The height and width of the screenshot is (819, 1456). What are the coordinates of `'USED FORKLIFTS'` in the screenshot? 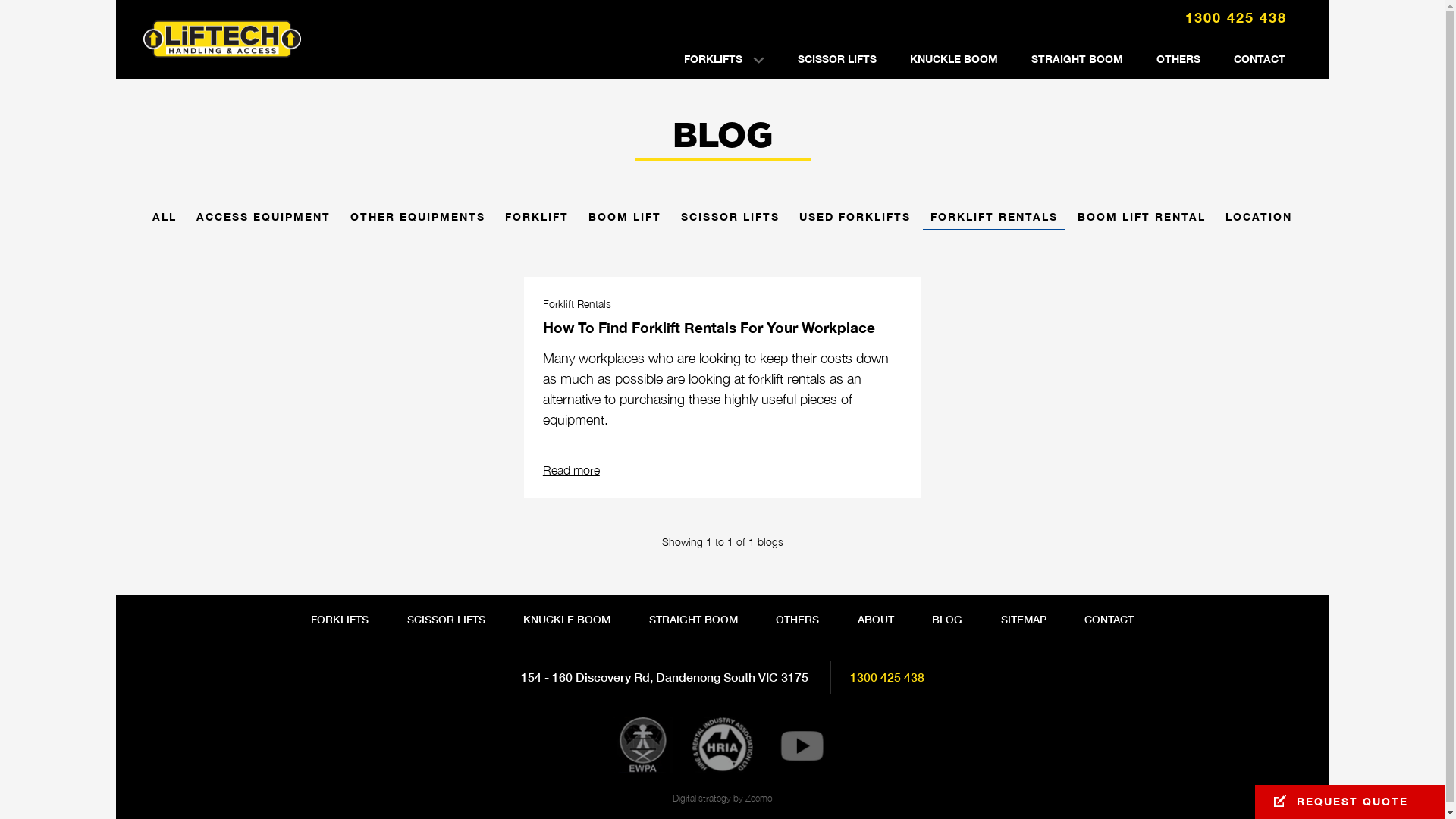 It's located at (790, 219).